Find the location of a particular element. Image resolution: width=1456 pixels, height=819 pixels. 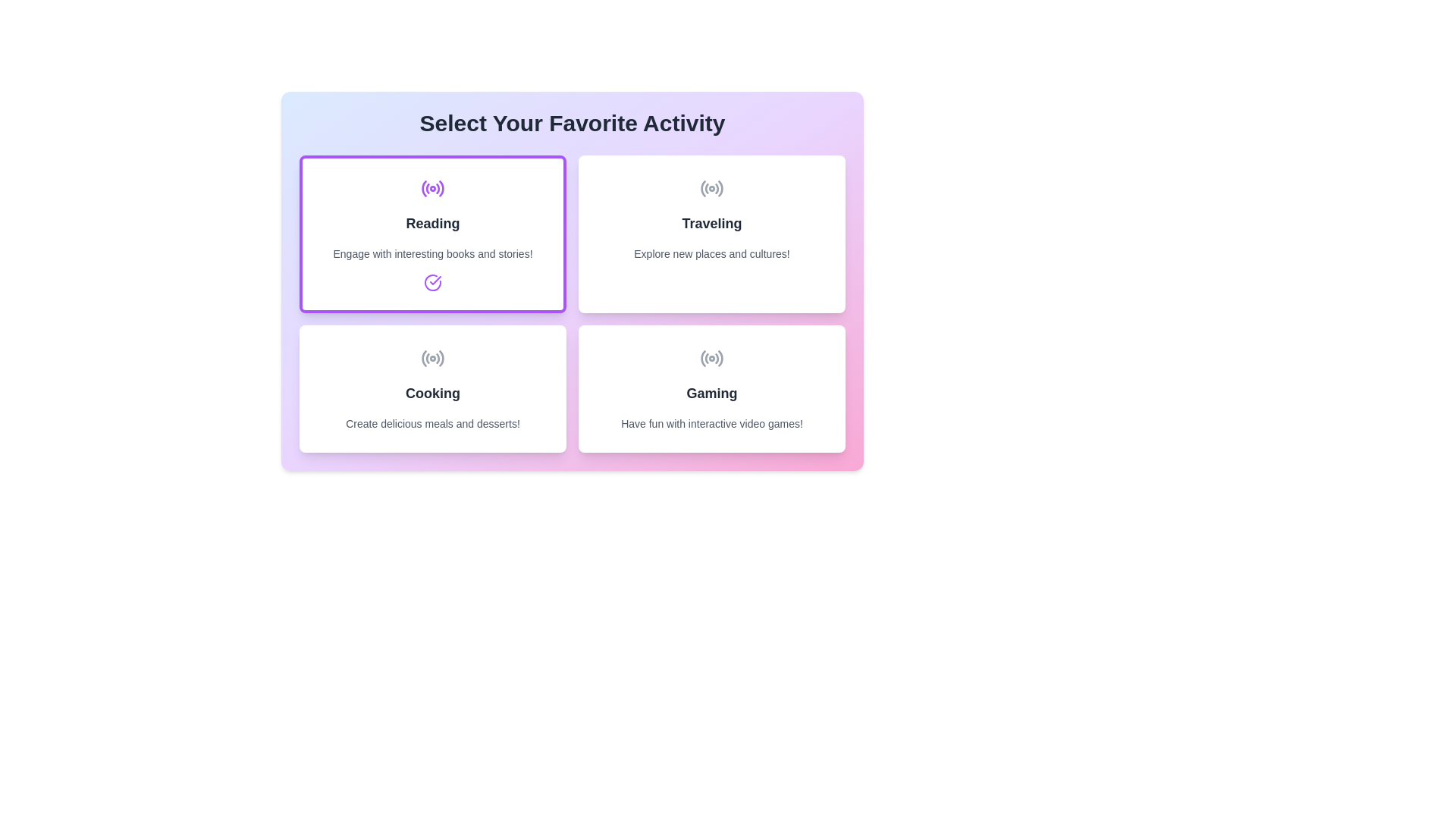

the 'Traveling' selectable card, which is the second card in a grid of four, featuring an icon of signal waves, a bold title, and a white background with rounded corners is located at coordinates (711, 234).